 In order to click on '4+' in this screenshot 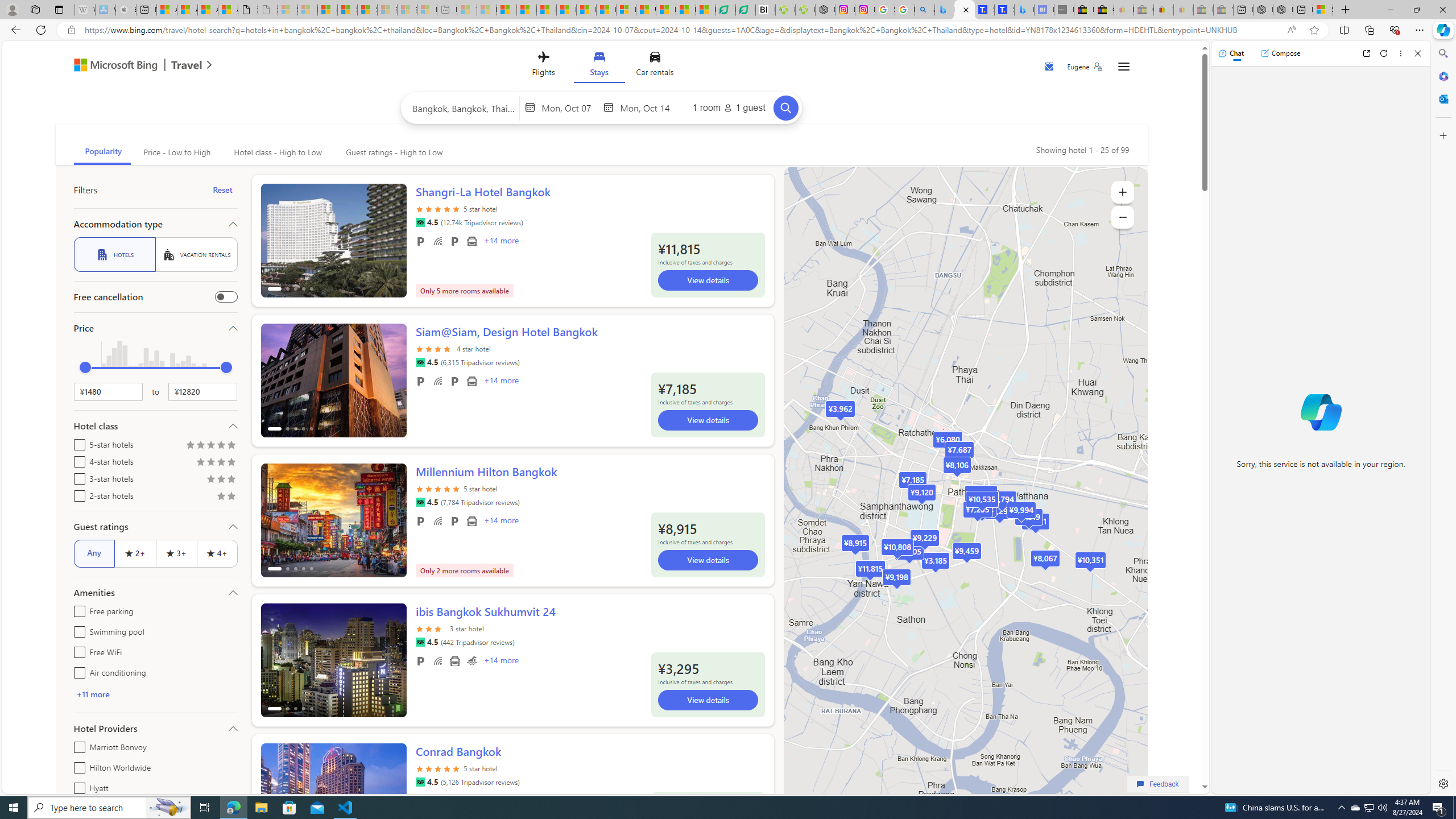, I will do `click(216, 553)`.